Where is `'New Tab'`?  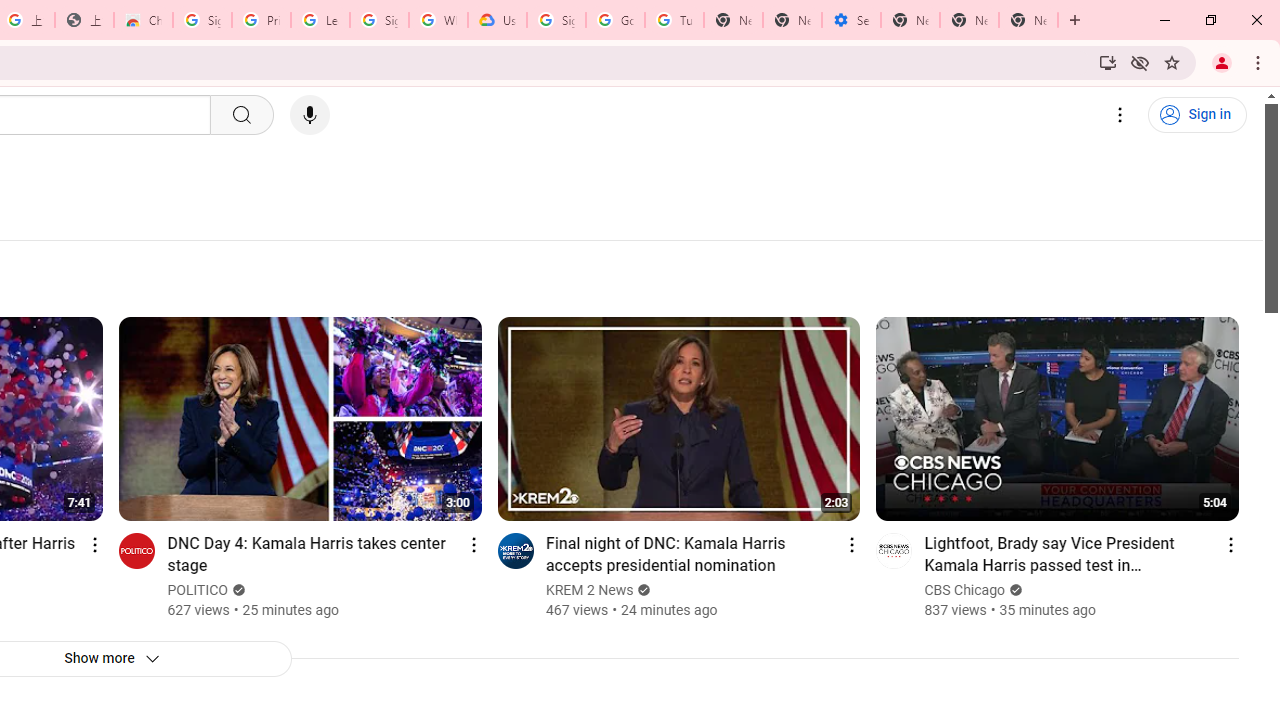 'New Tab' is located at coordinates (1028, 20).